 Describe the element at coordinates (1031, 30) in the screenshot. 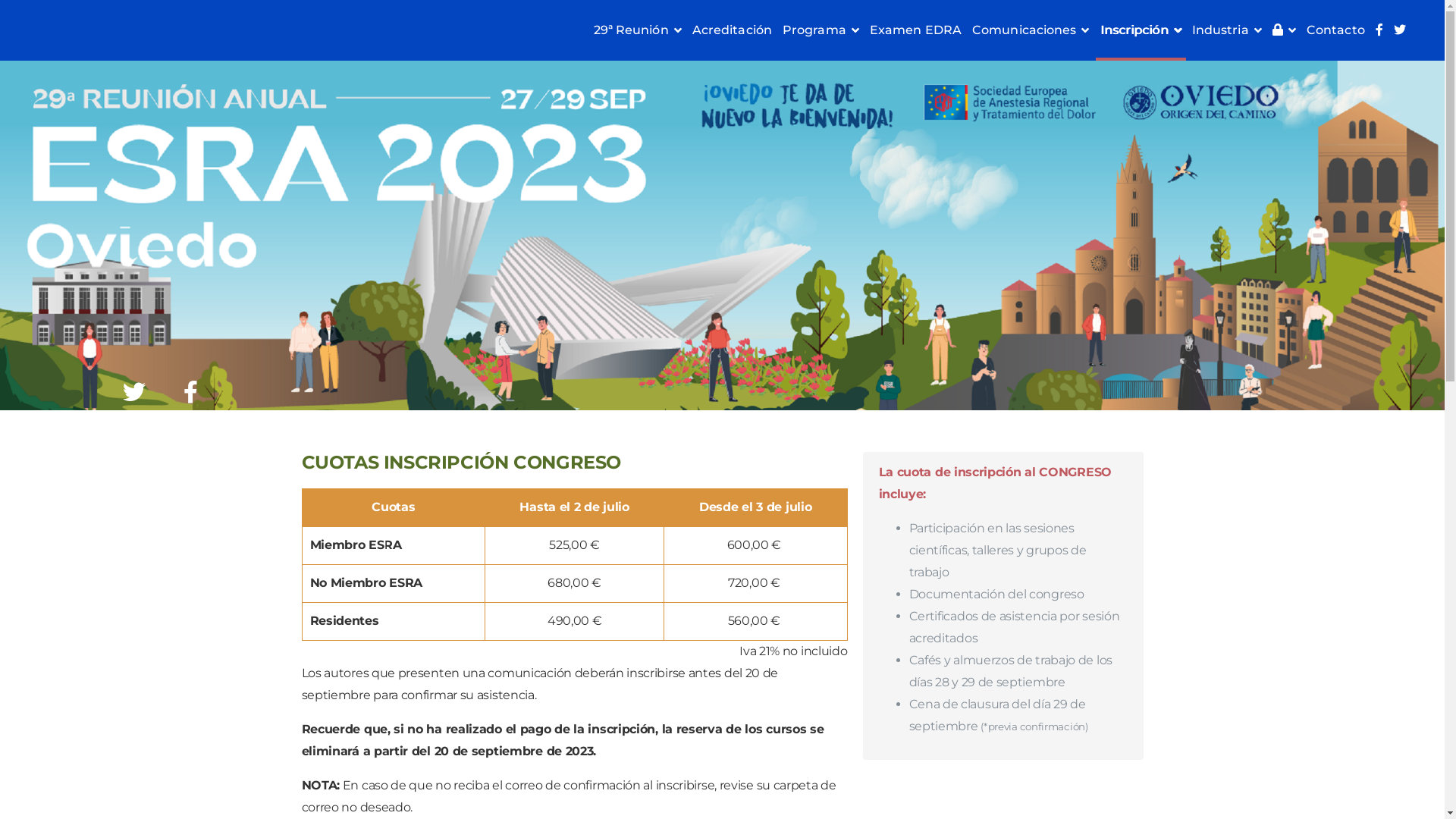

I see `'Comunicaciones'` at that location.